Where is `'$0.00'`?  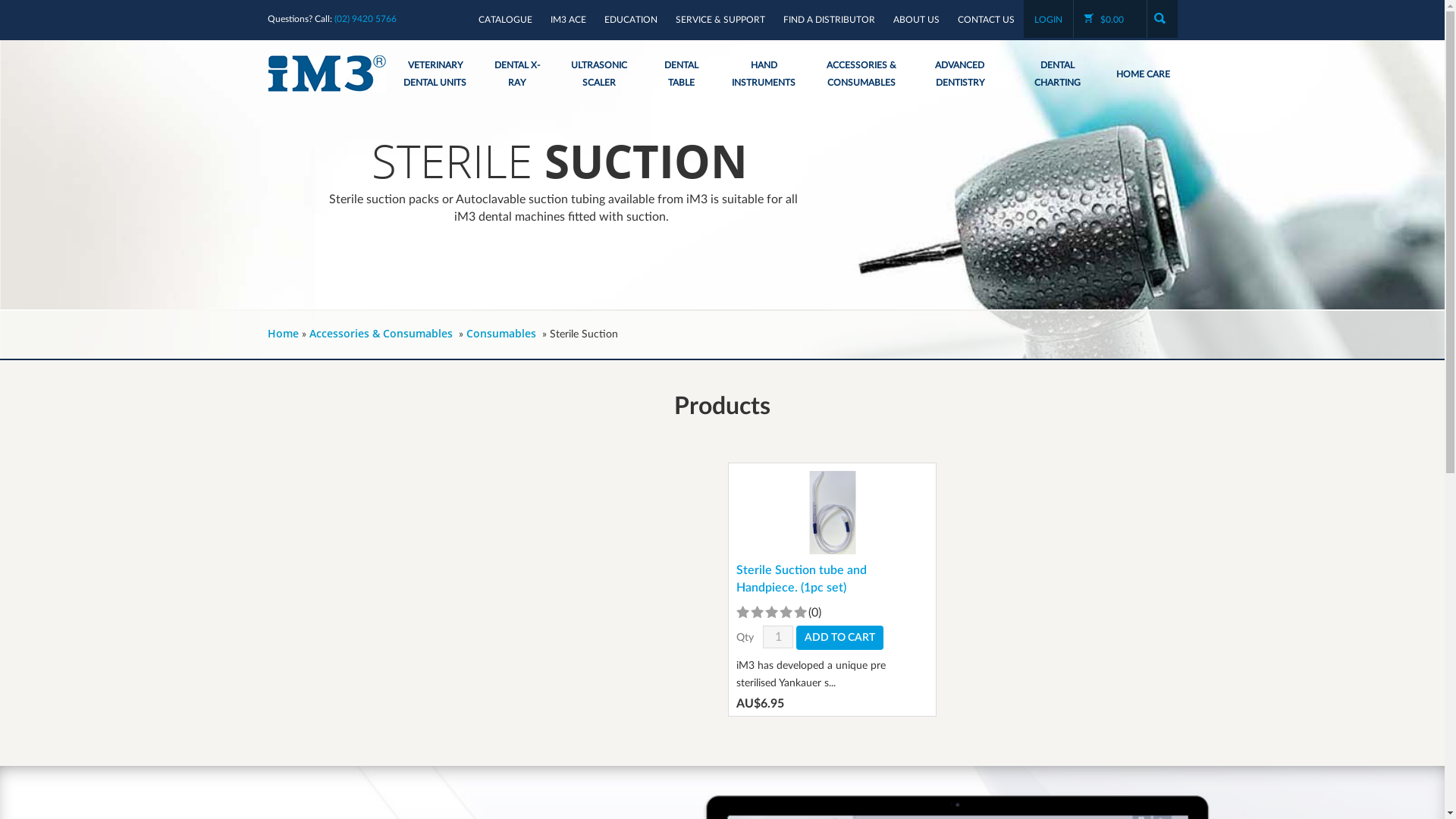
'$0.00' is located at coordinates (1110, 20).